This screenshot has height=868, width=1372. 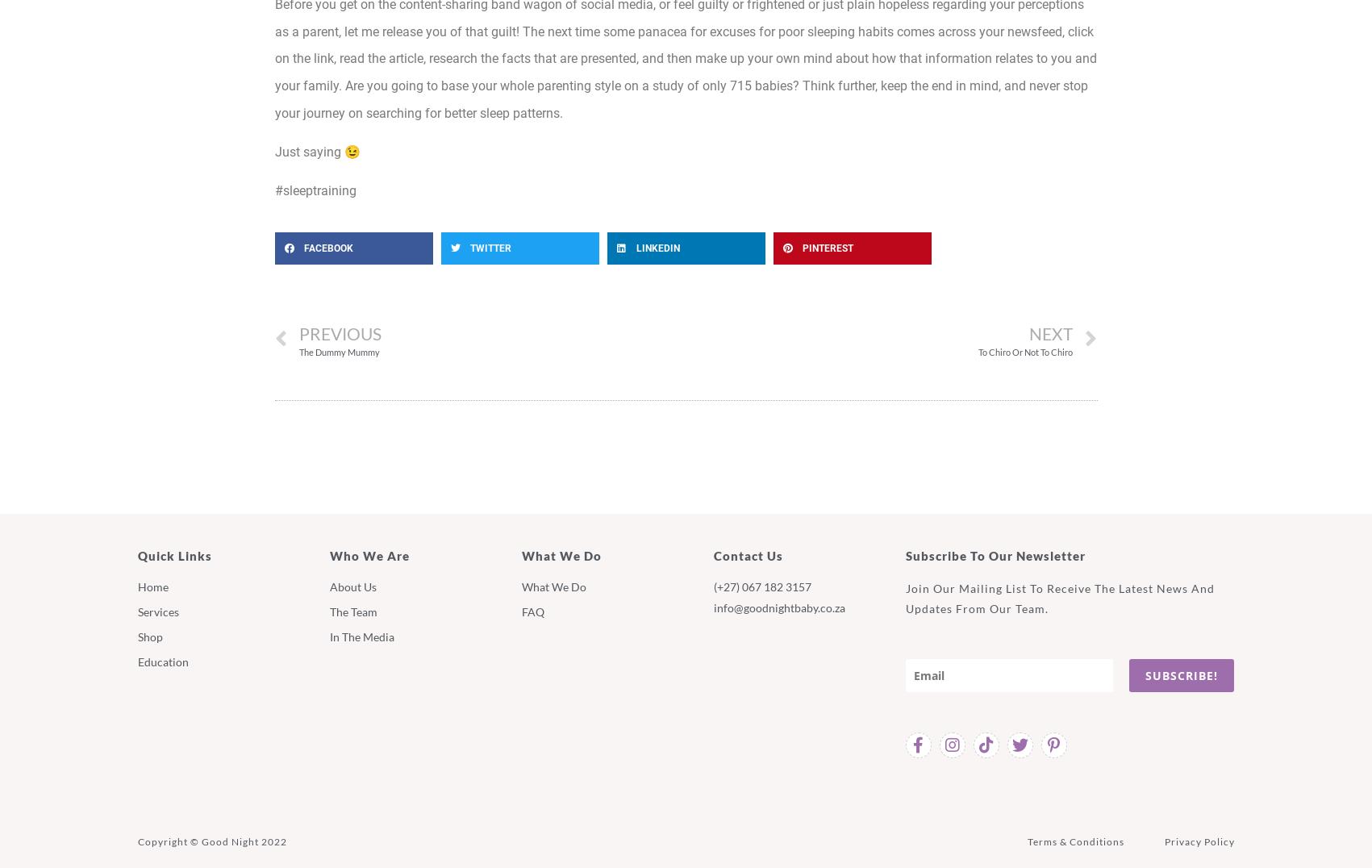 What do you see at coordinates (657, 246) in the screenshot?
I see `'LinkedIn'` at bounding box center [657, 246].